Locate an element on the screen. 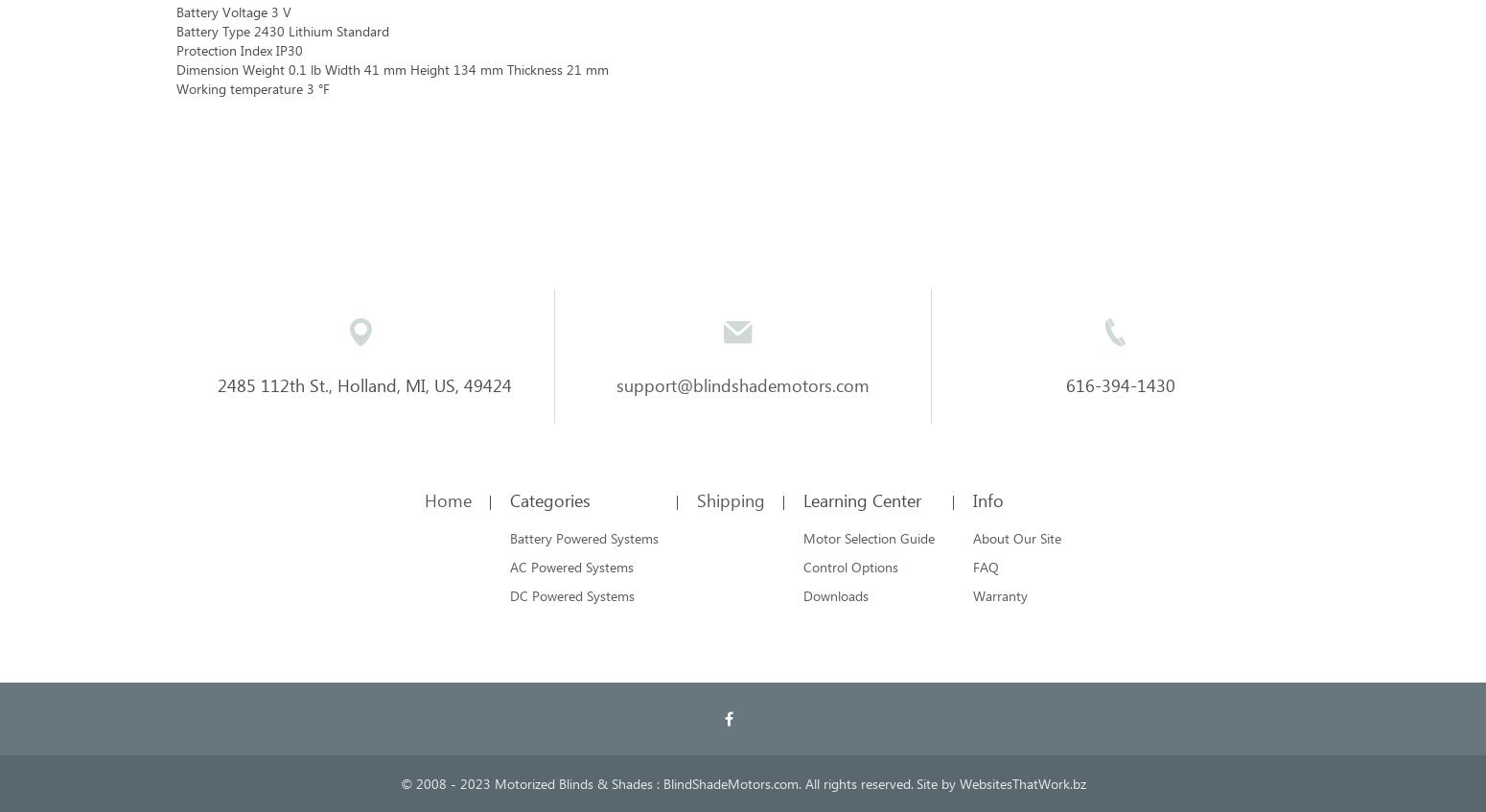 This screenshot has width=1486, height=812. 'Downloads' is located at coordinates (836, 594).